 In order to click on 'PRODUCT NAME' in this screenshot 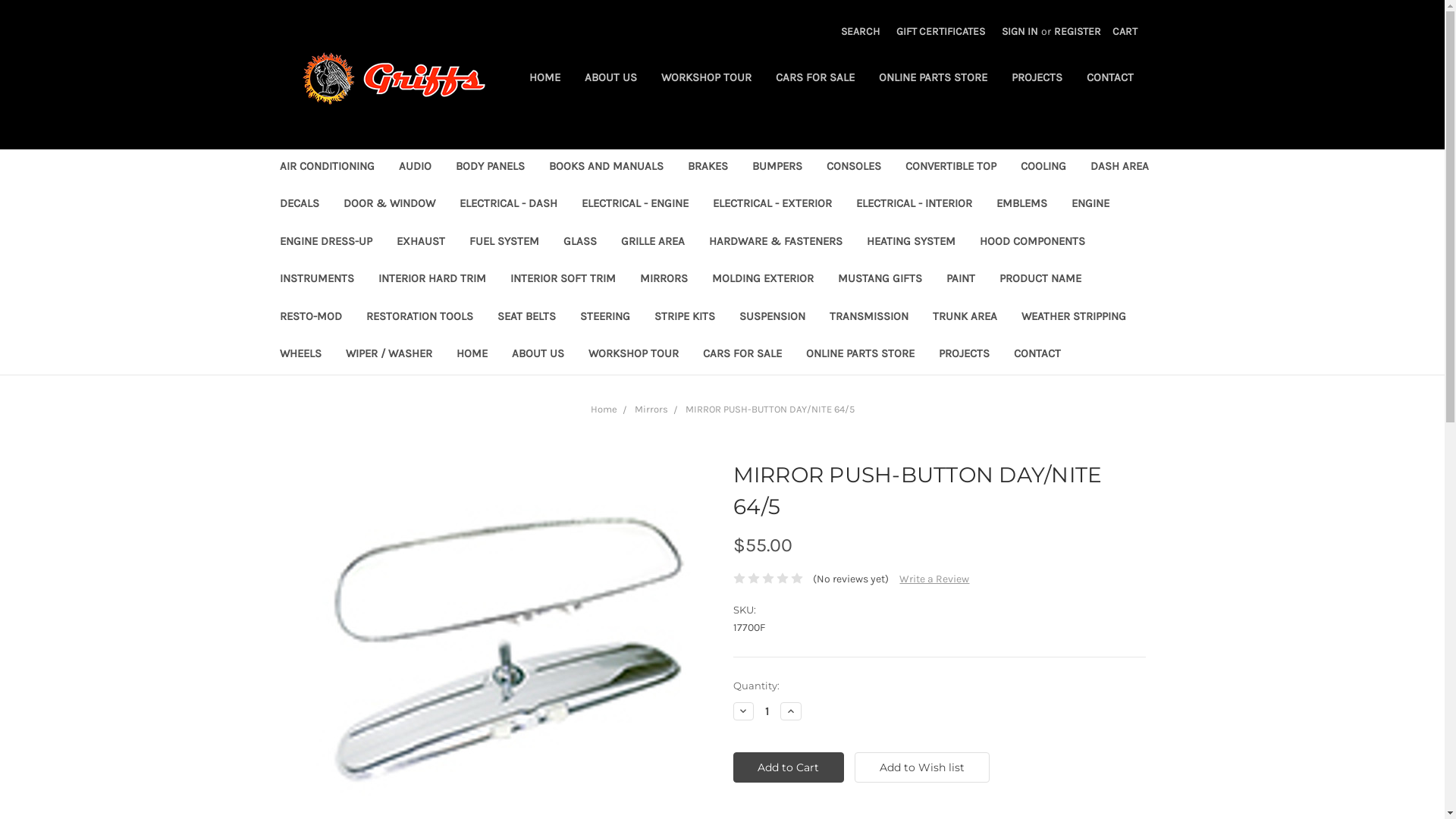, I will do `click(987, 280)`.